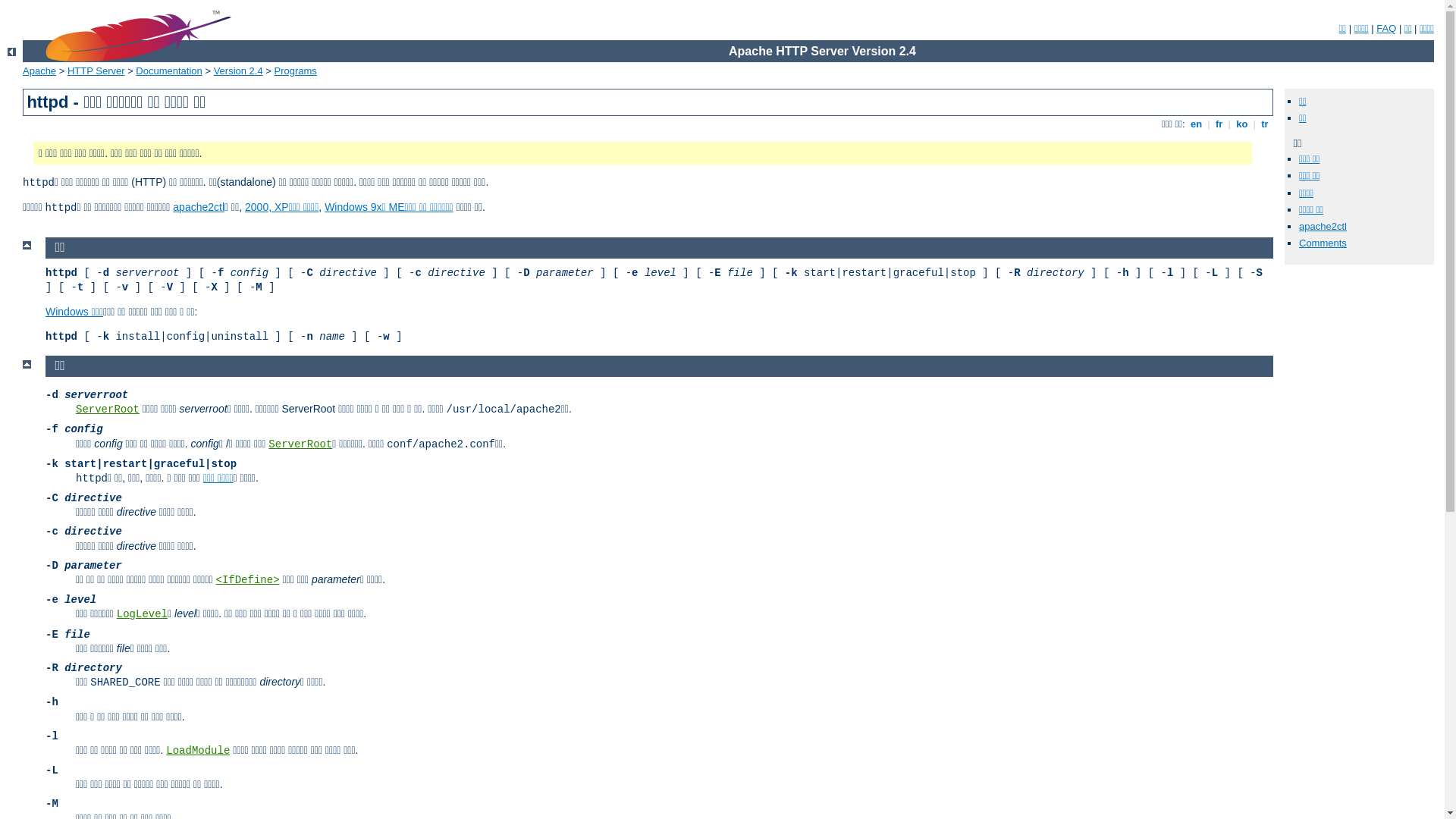 The image size is (1456, 819). What do you see at coordinates (1386, 28) in the screenshot?
I see `'FAQ'` at bounding box center [1386, 28].